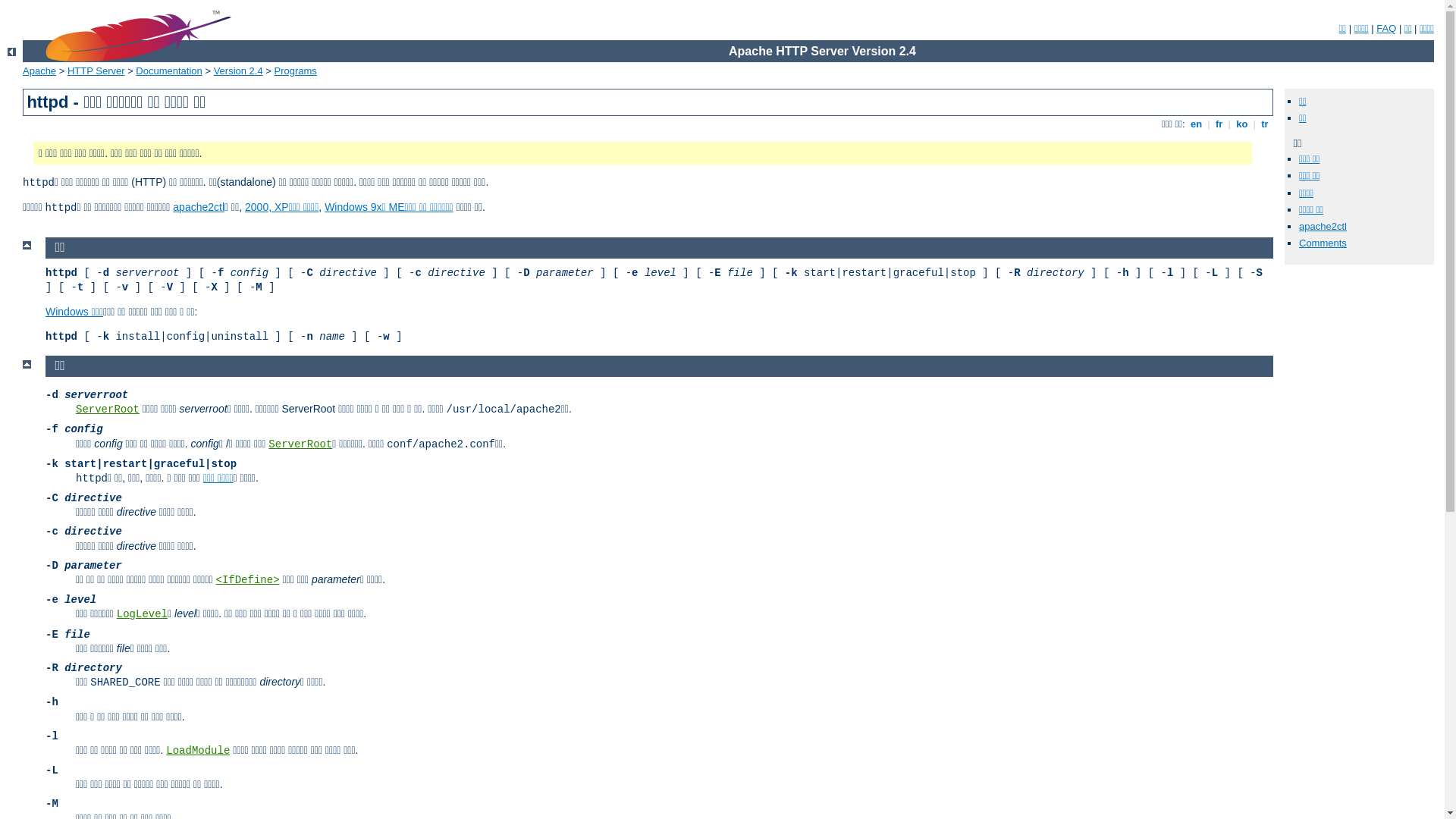 The image size is (1456, 819). What do you see at coordinates (1386, 28) in the screenshot?
I see `'FAQ'` at bounding box center [1386, 28].